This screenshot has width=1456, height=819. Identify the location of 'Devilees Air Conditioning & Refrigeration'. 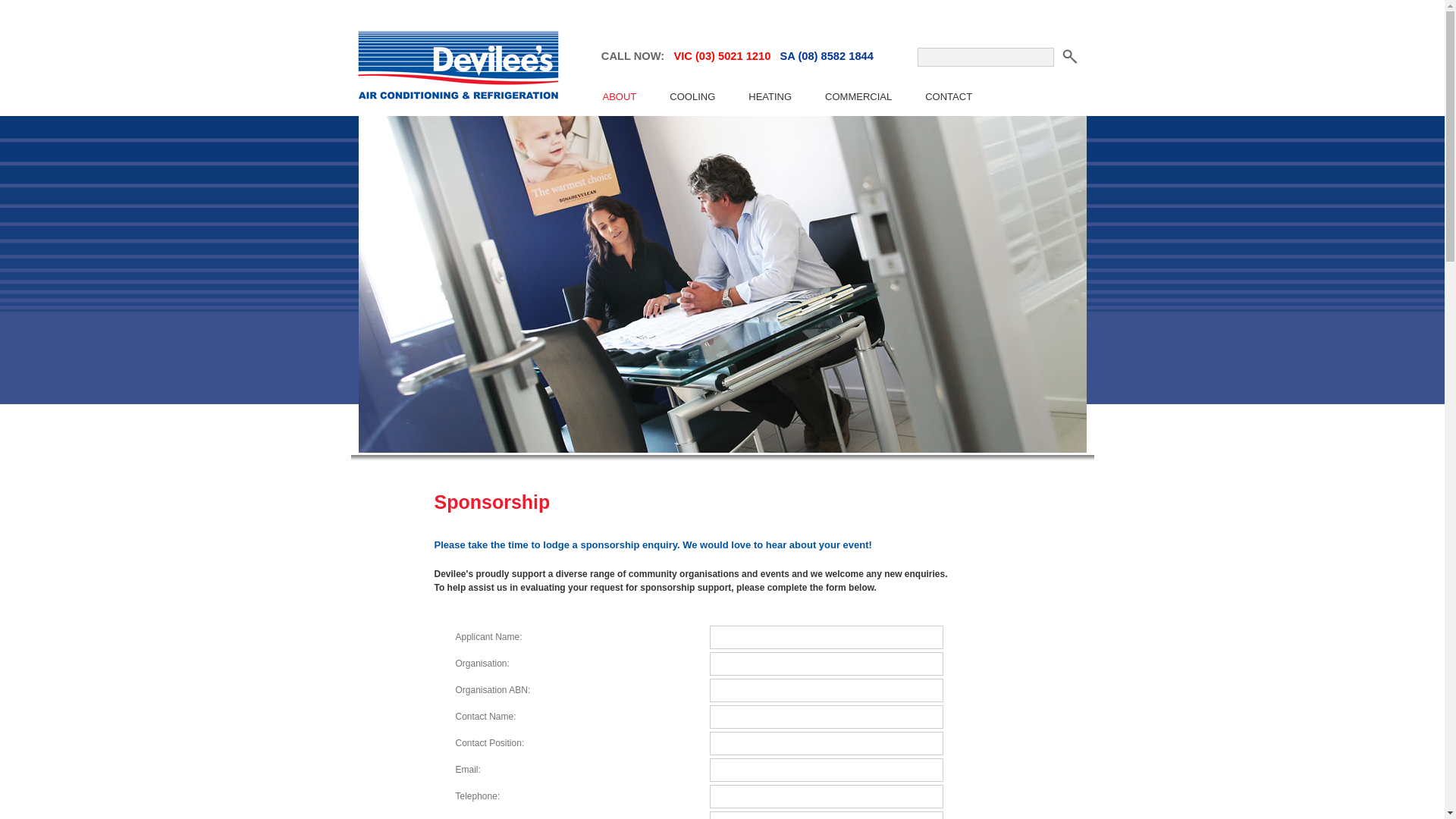
(453, 68).